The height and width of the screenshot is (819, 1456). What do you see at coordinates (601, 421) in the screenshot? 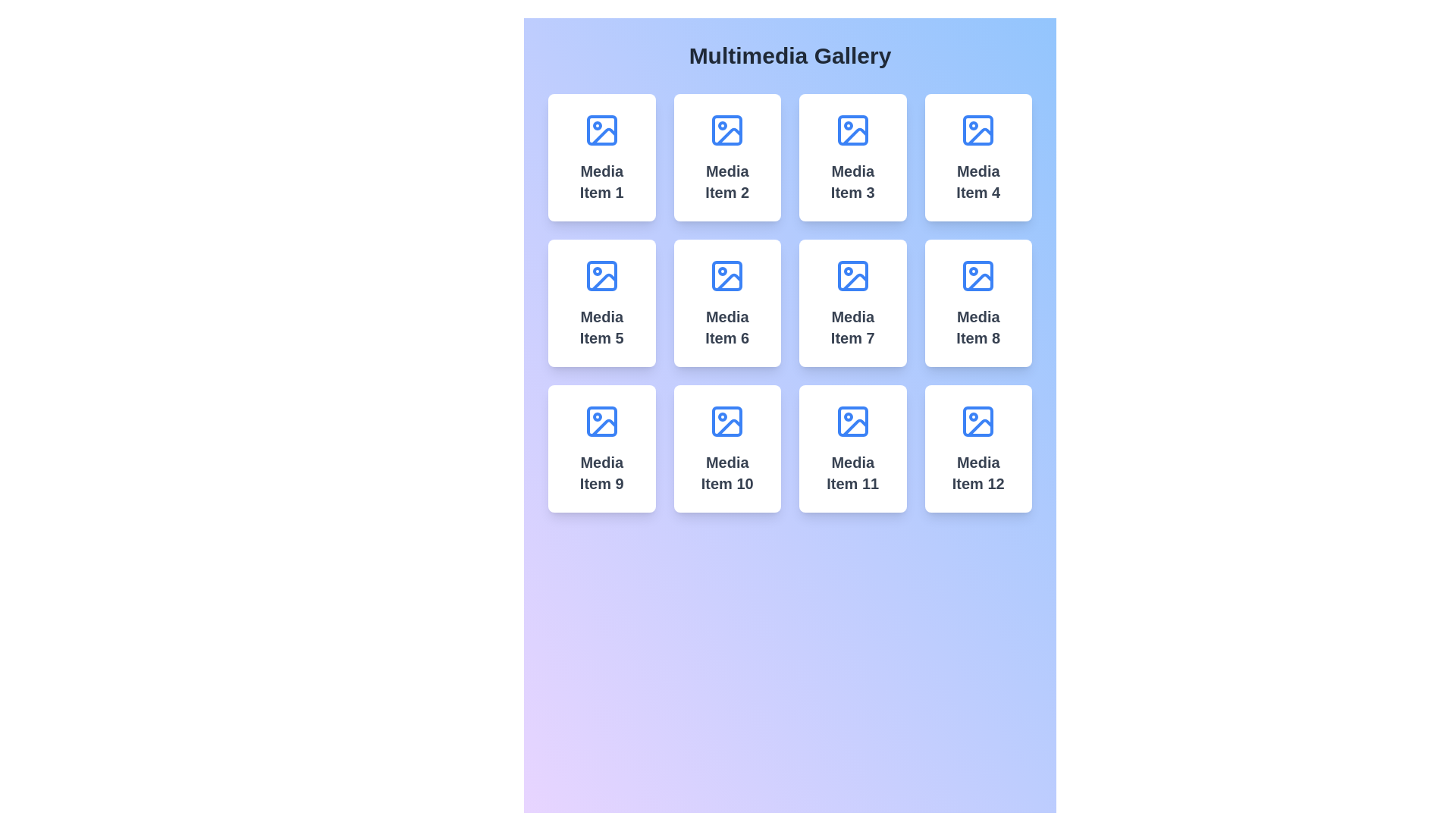
I see `the decorative icon component located in the upper left portion of the image placeholder icon representing 'Media Item 9' in the gallery` at bounding box center [601, 421].